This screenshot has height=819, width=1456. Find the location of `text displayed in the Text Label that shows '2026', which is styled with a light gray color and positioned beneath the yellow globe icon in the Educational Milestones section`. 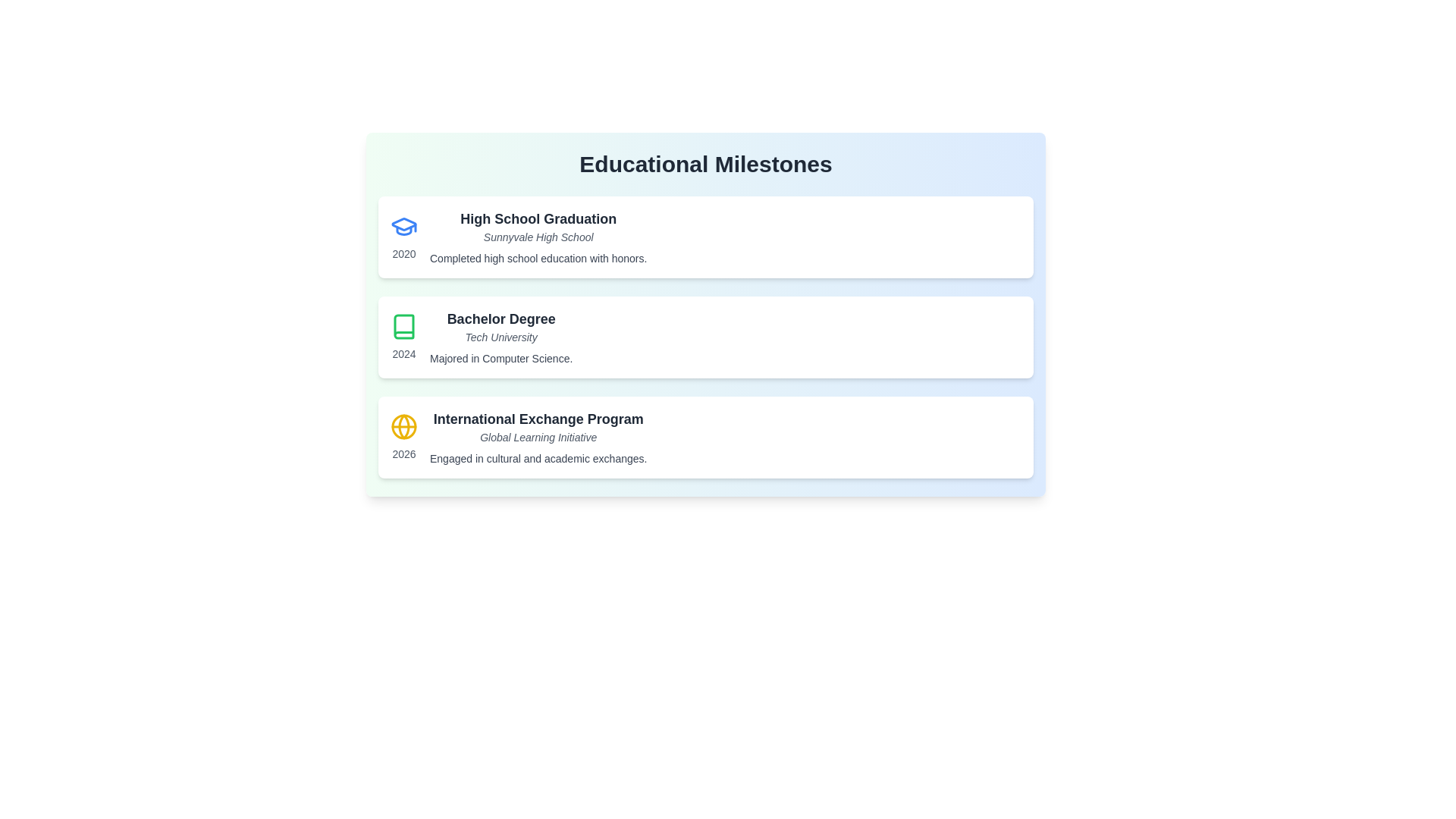

text displayed in the Text Label that shows '2026', which is styled with a light gray color and positioned beneath the yellow globe icon in the Educational Milestones section is located at coordinates (403, 453).